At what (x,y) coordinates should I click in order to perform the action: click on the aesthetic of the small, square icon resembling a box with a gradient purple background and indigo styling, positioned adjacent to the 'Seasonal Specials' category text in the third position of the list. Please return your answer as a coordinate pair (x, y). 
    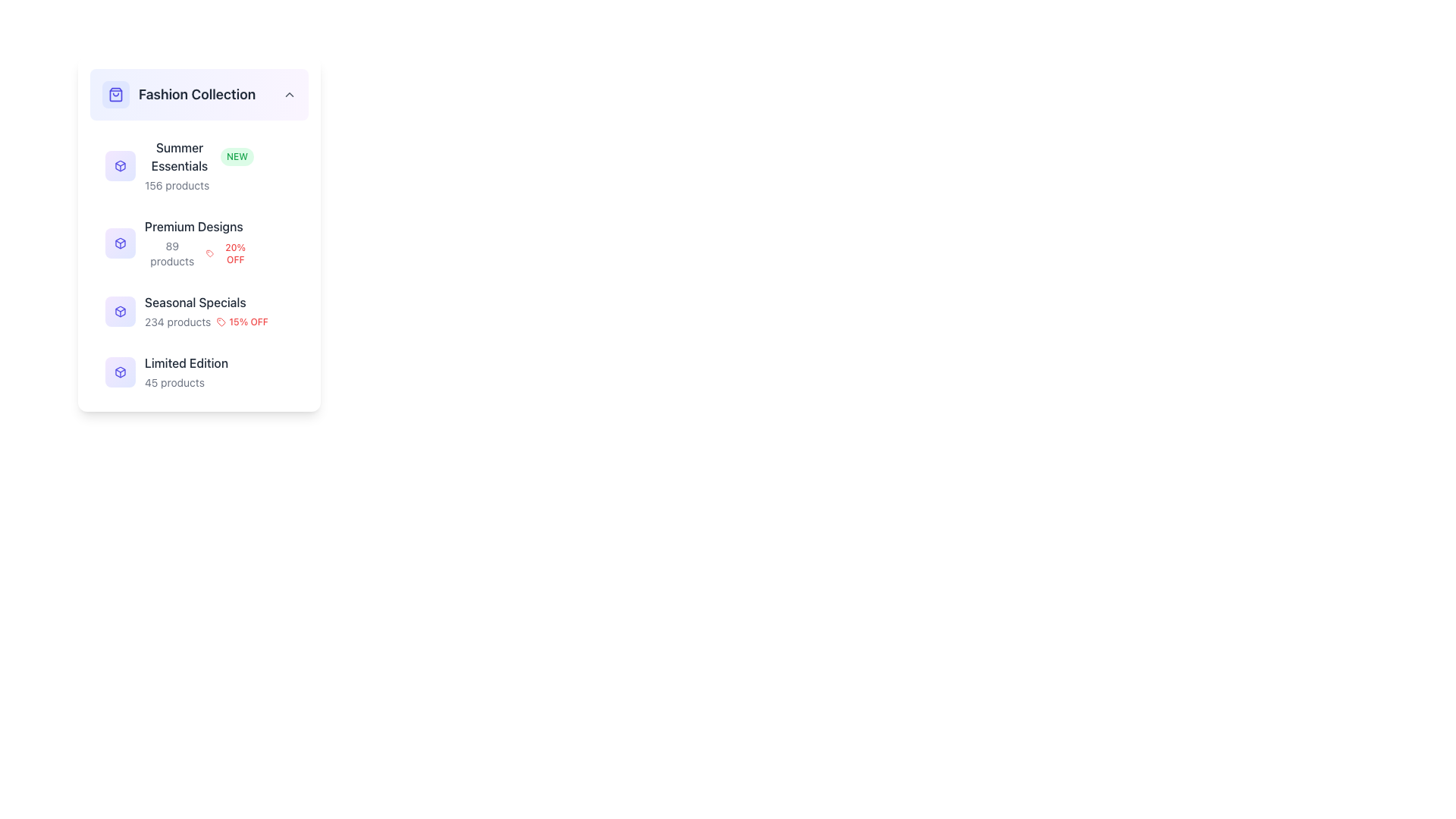
    Looking at the image, I should click on (119, 311).